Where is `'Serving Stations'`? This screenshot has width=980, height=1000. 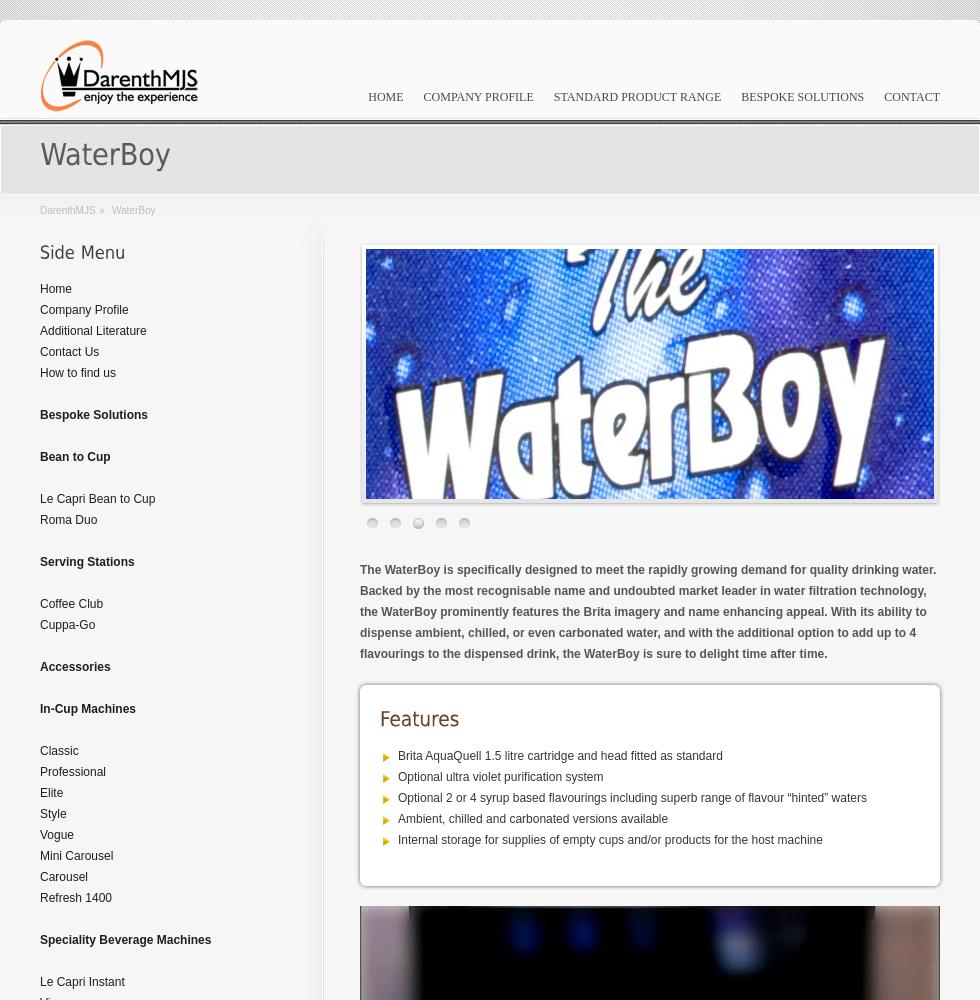 'Serving Stations' is located at coordinates (87, 562).